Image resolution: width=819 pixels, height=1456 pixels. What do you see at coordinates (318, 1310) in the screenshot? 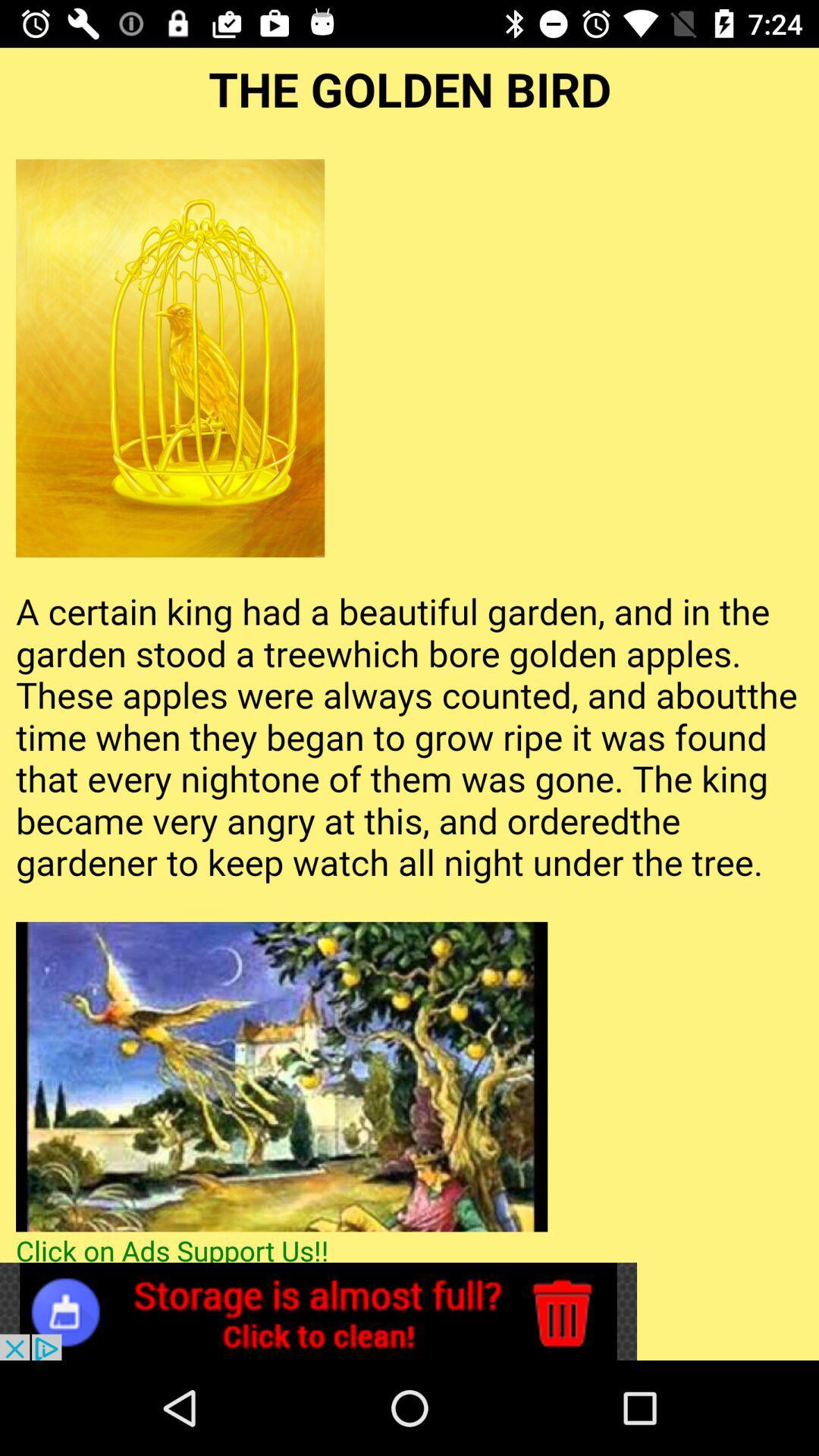
I see `open advertisement` at bounding box center [318, 1310].